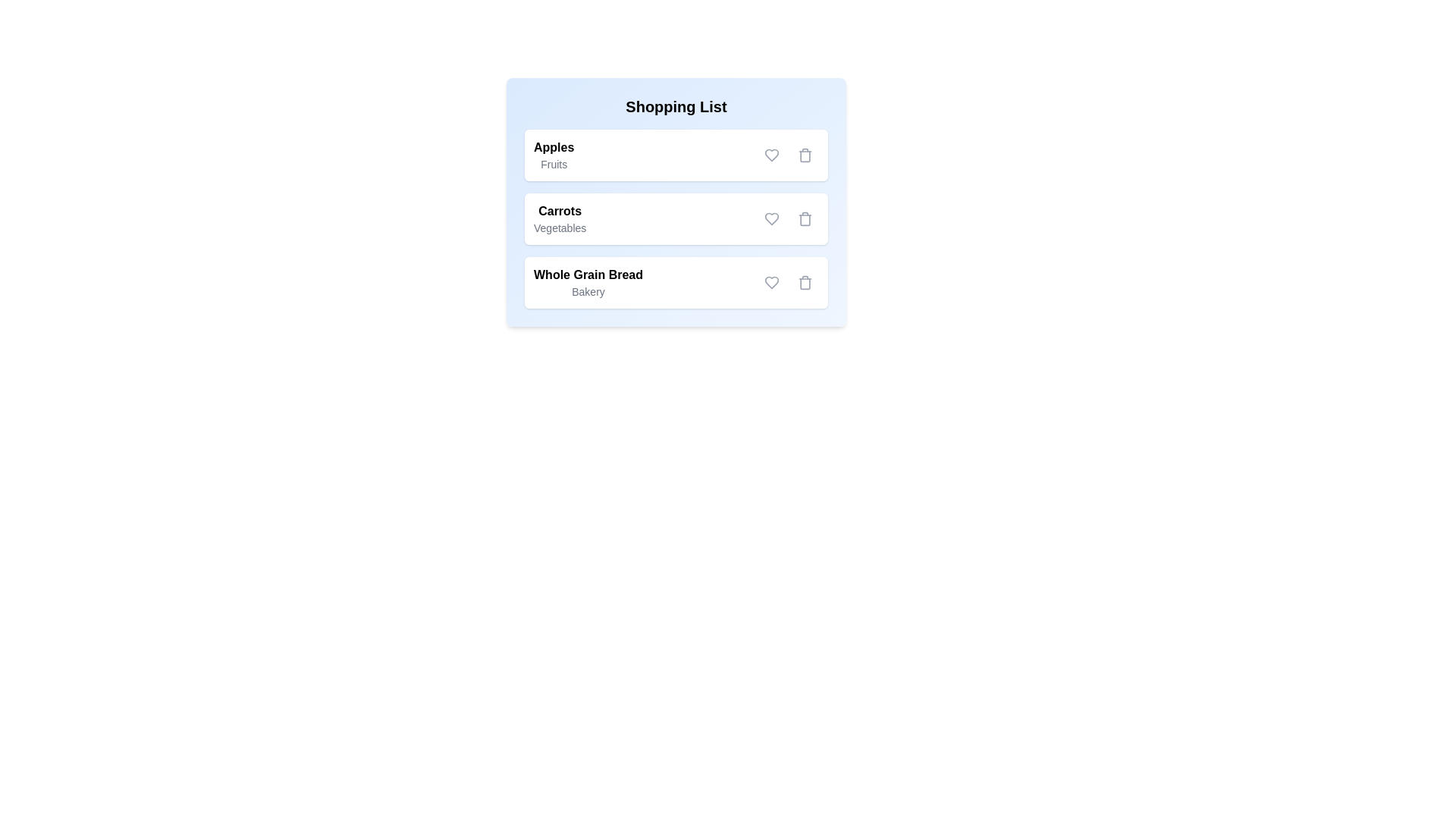 The height and width of the screenshot is (819, 1456). Describe the element at coordinates (771, 283) in the screenshot. I see `like button for the item Whole Grain Bread to toggle its liked status` at that location.